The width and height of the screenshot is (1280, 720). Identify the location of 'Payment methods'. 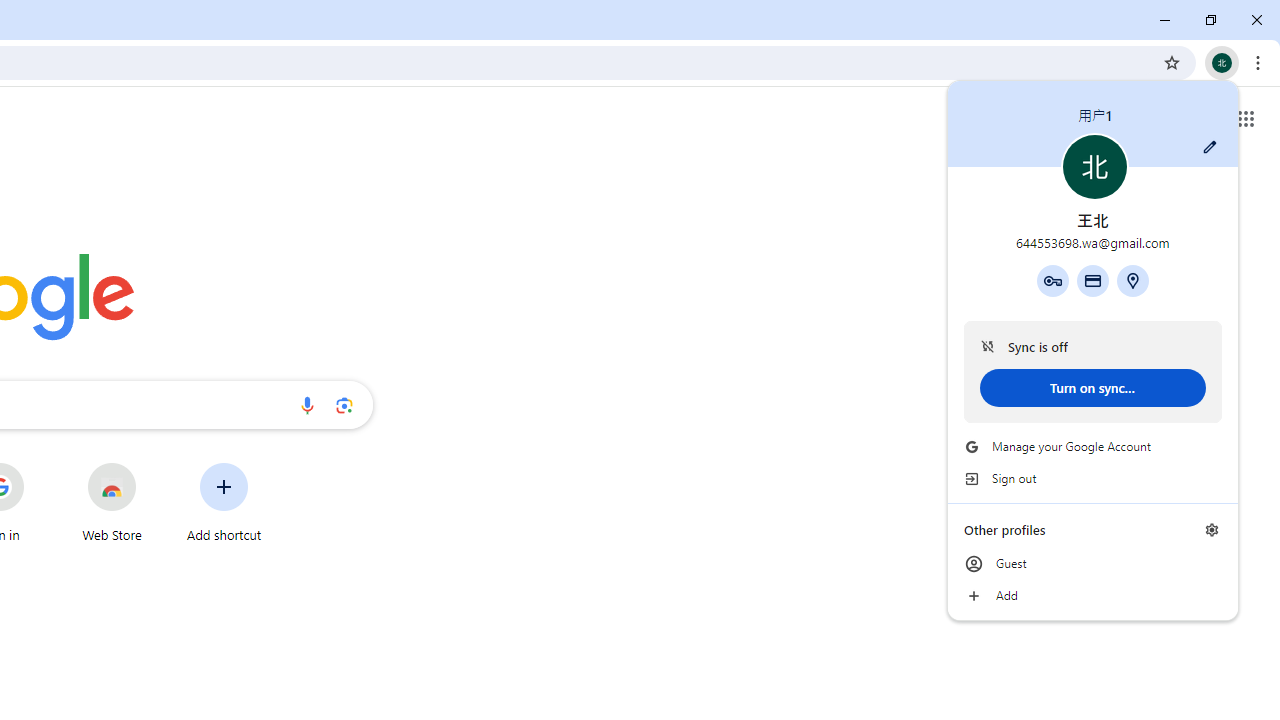
(1091, 280).